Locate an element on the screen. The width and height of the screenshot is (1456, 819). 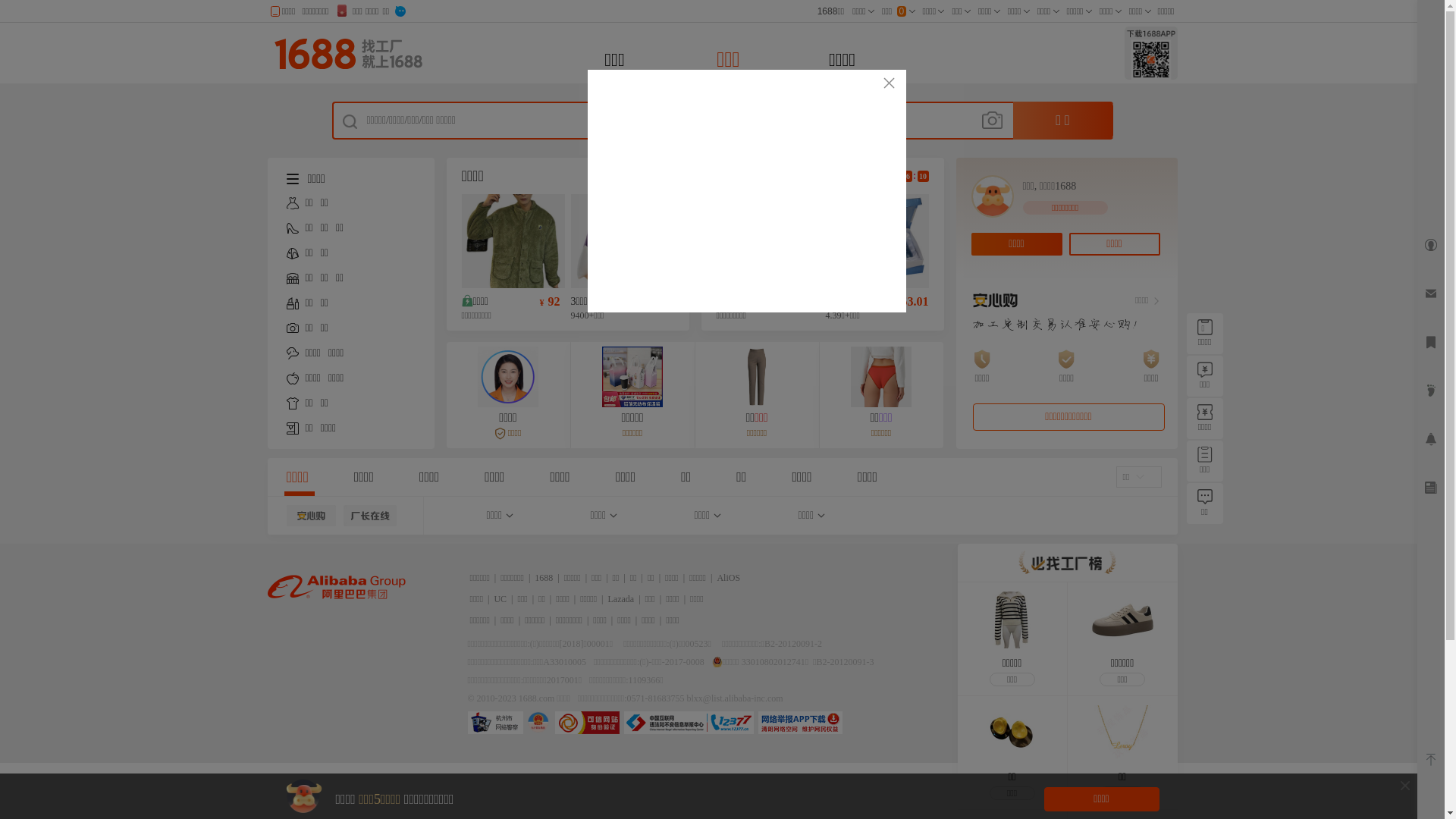
'AliOS' is located at coordinates (728, 578).